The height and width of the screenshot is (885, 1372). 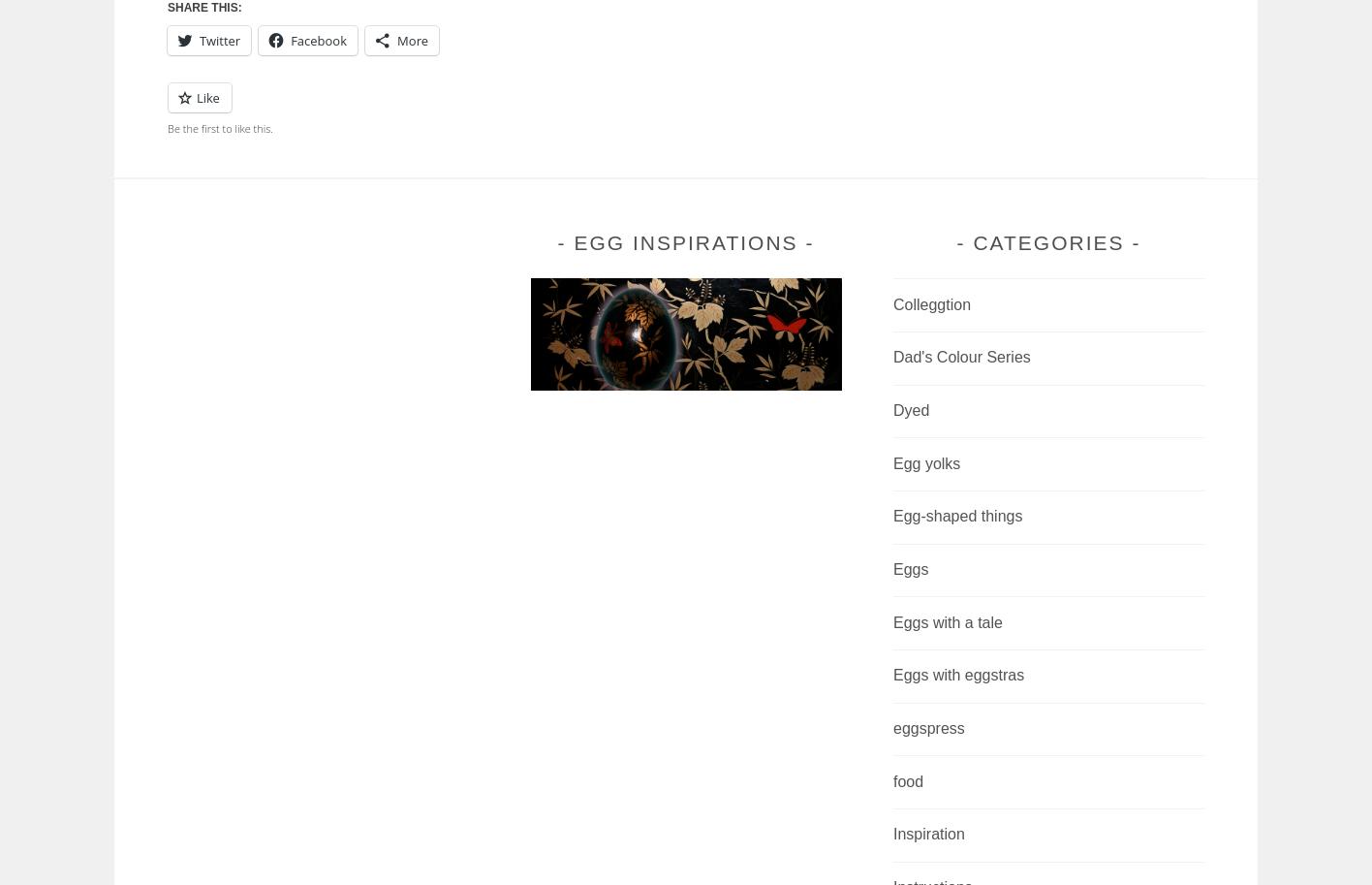 I want to click on 'Facebook', so click(x=317, y=40).